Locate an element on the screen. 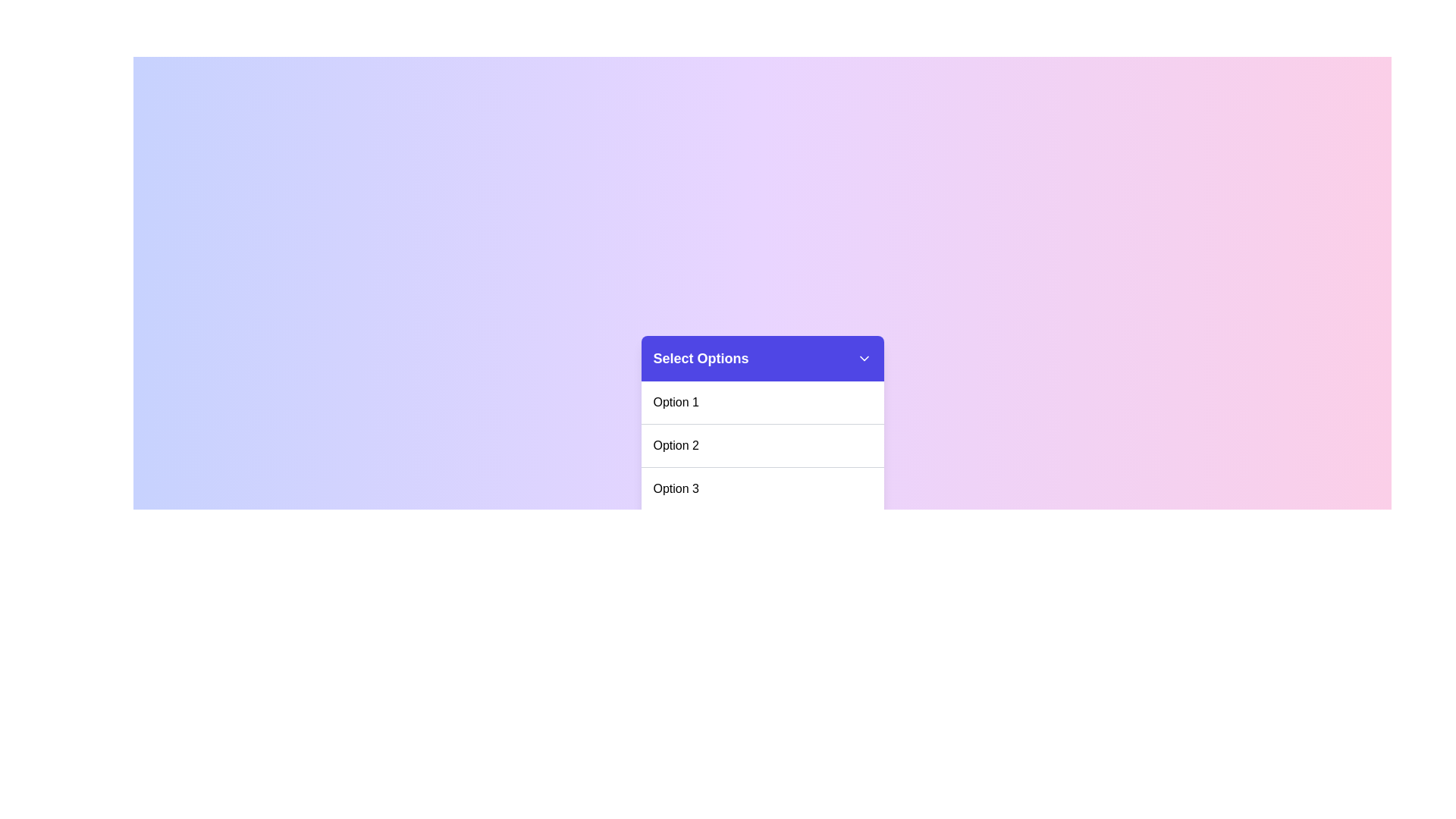 This screenshot has width=1456, height=819. the 'Option 3' menu item in the dropdown list is located at coordinates (762, 488).